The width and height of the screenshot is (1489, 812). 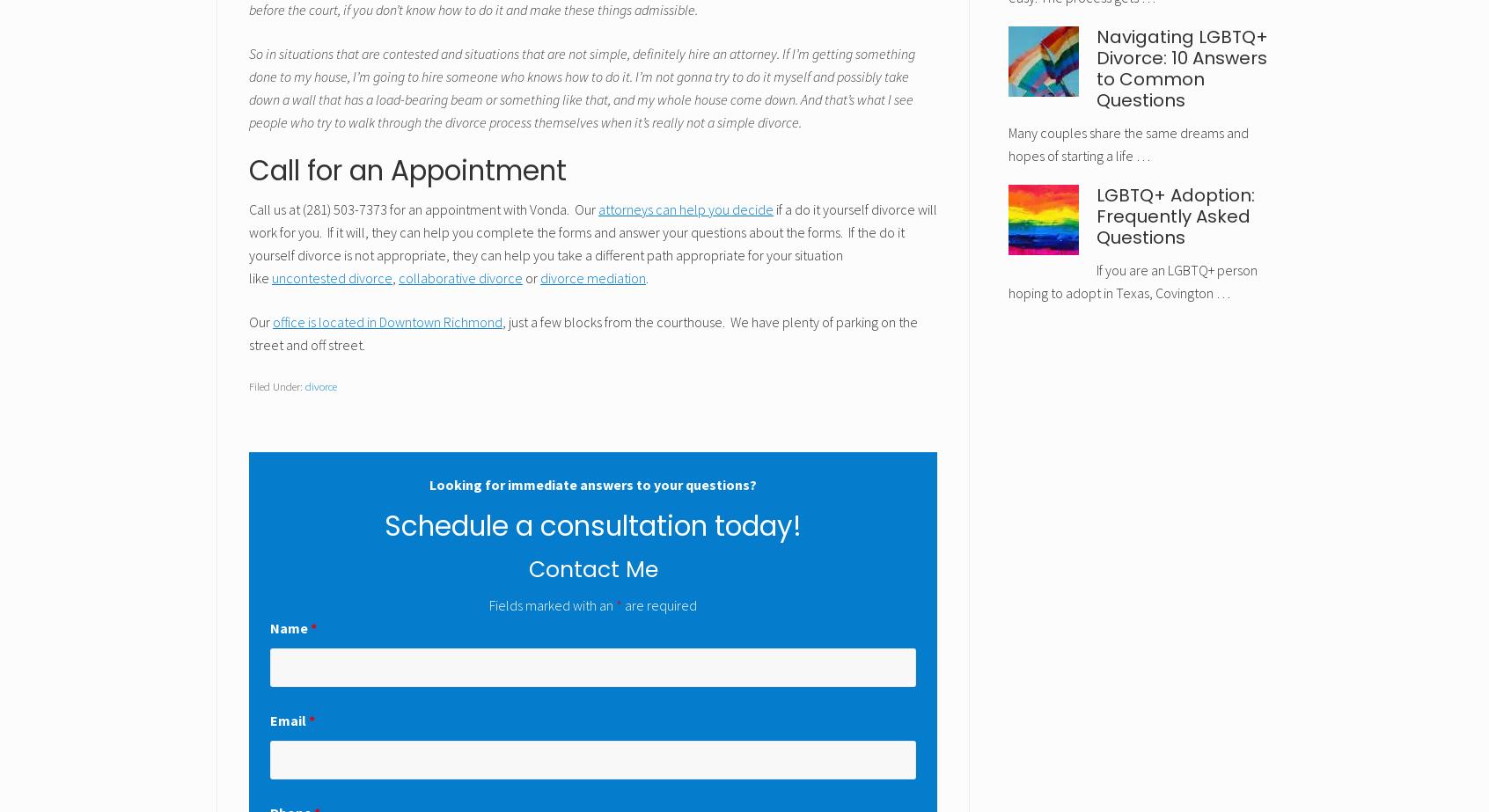 I want to click on 'Many couples share the same dreams and hopes of starting a life  …', so click(x=1007, y=143).